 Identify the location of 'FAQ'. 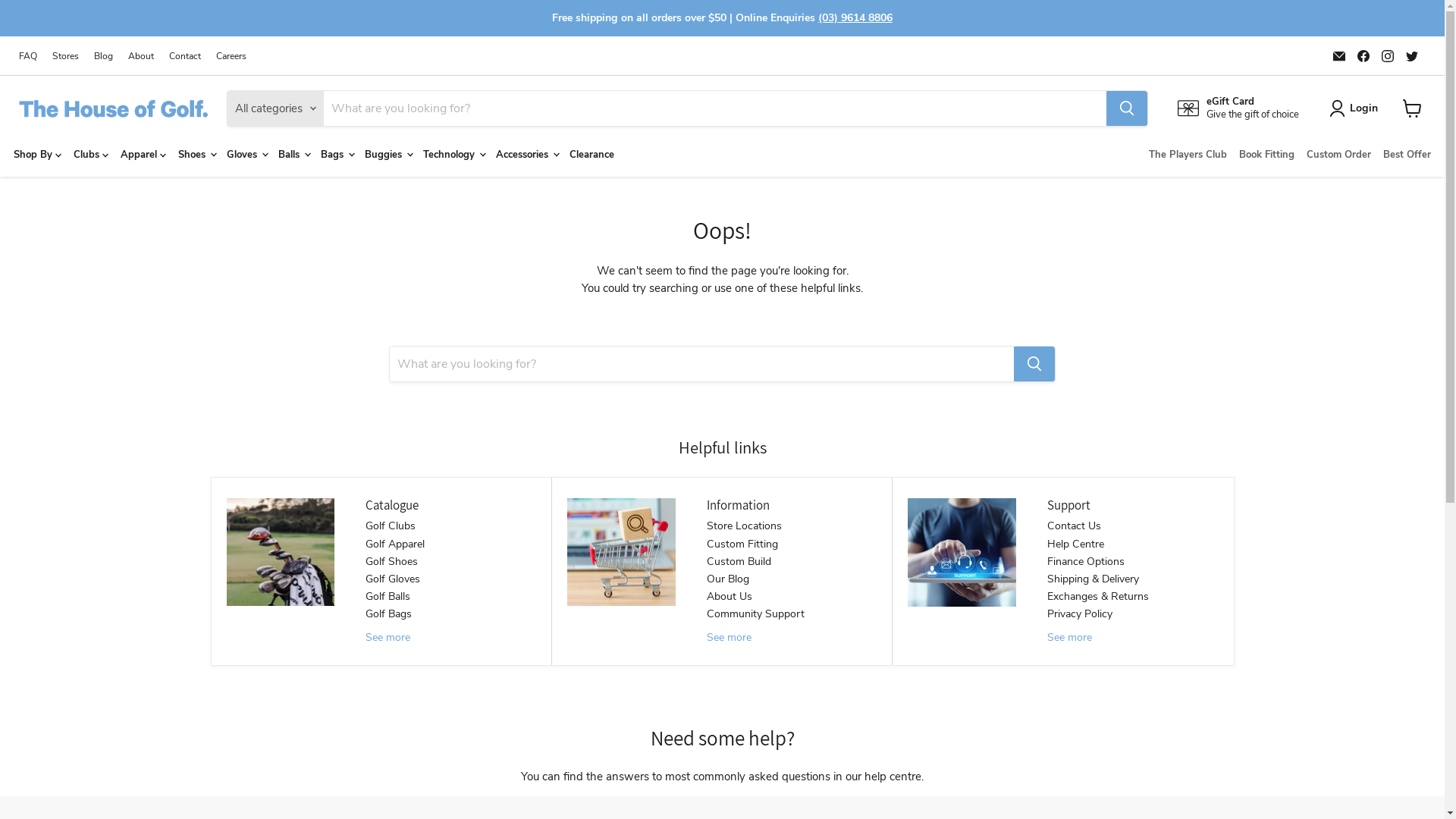
(28, 55).